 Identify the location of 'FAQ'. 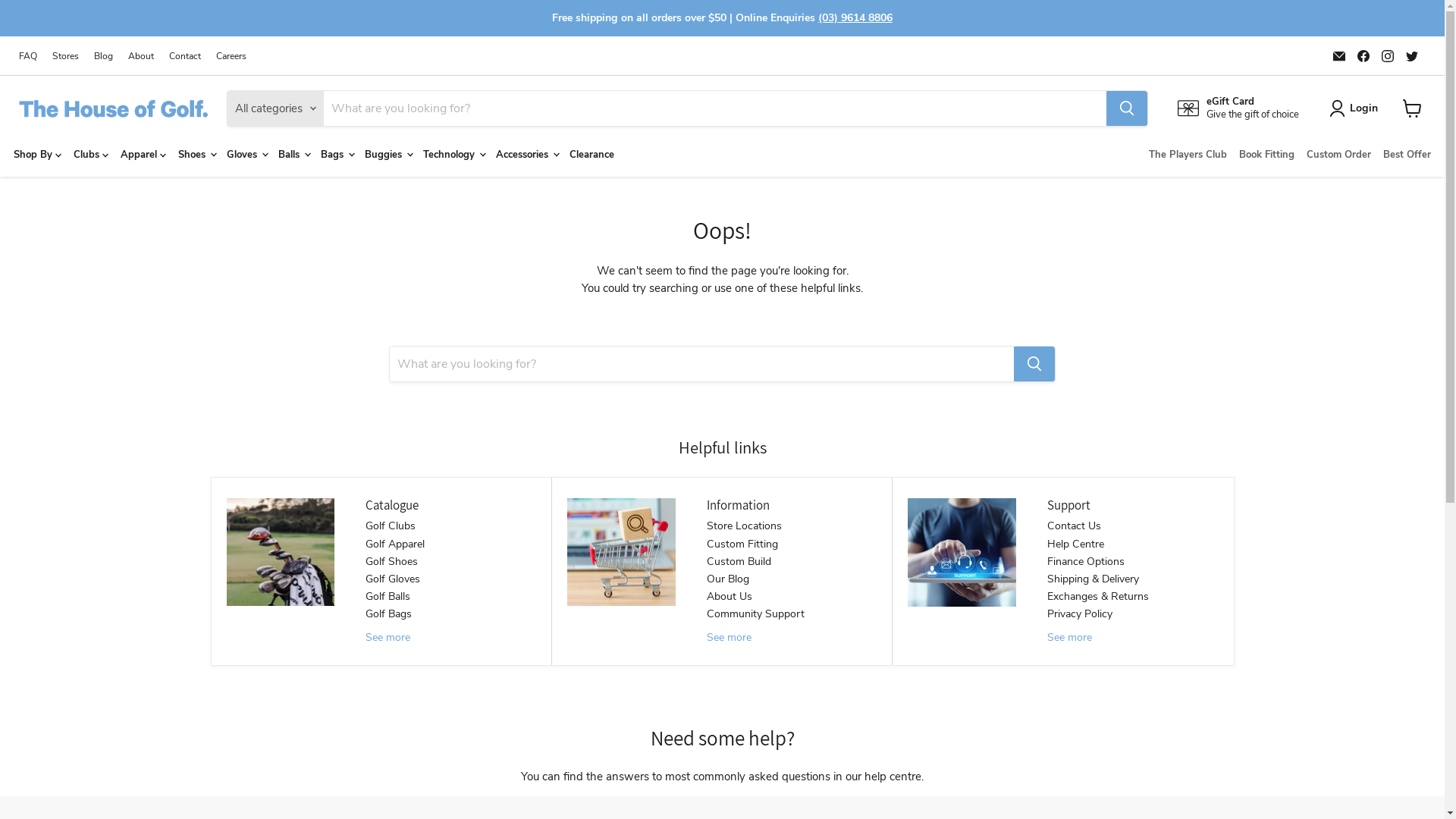
(28, 55).